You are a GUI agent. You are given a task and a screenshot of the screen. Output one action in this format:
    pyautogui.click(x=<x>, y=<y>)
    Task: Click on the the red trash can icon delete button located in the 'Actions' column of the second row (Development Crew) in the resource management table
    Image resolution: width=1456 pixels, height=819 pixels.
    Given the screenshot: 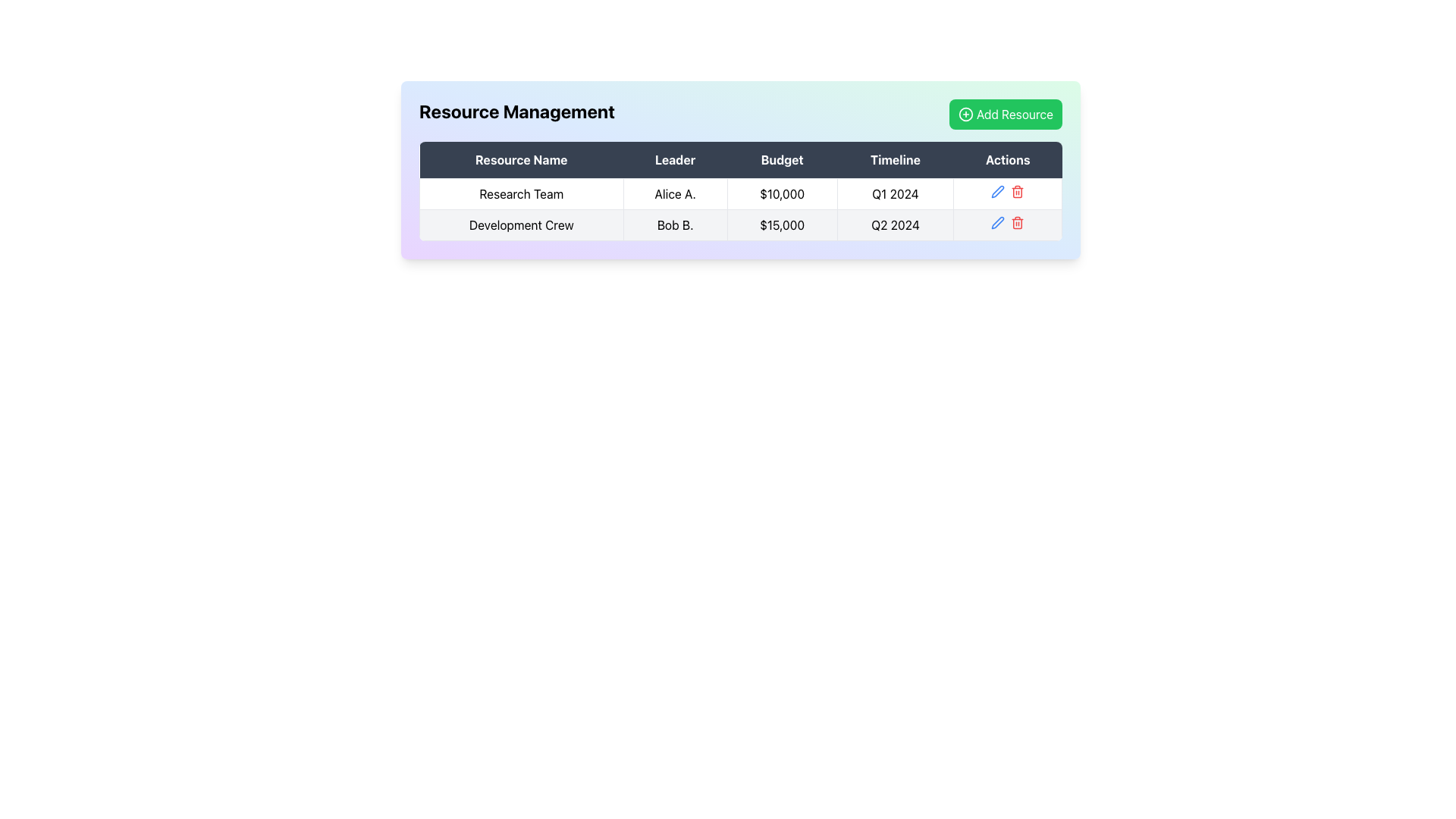 What is the action you would take?
    pyautogui.click(x=1018, y=222)
    